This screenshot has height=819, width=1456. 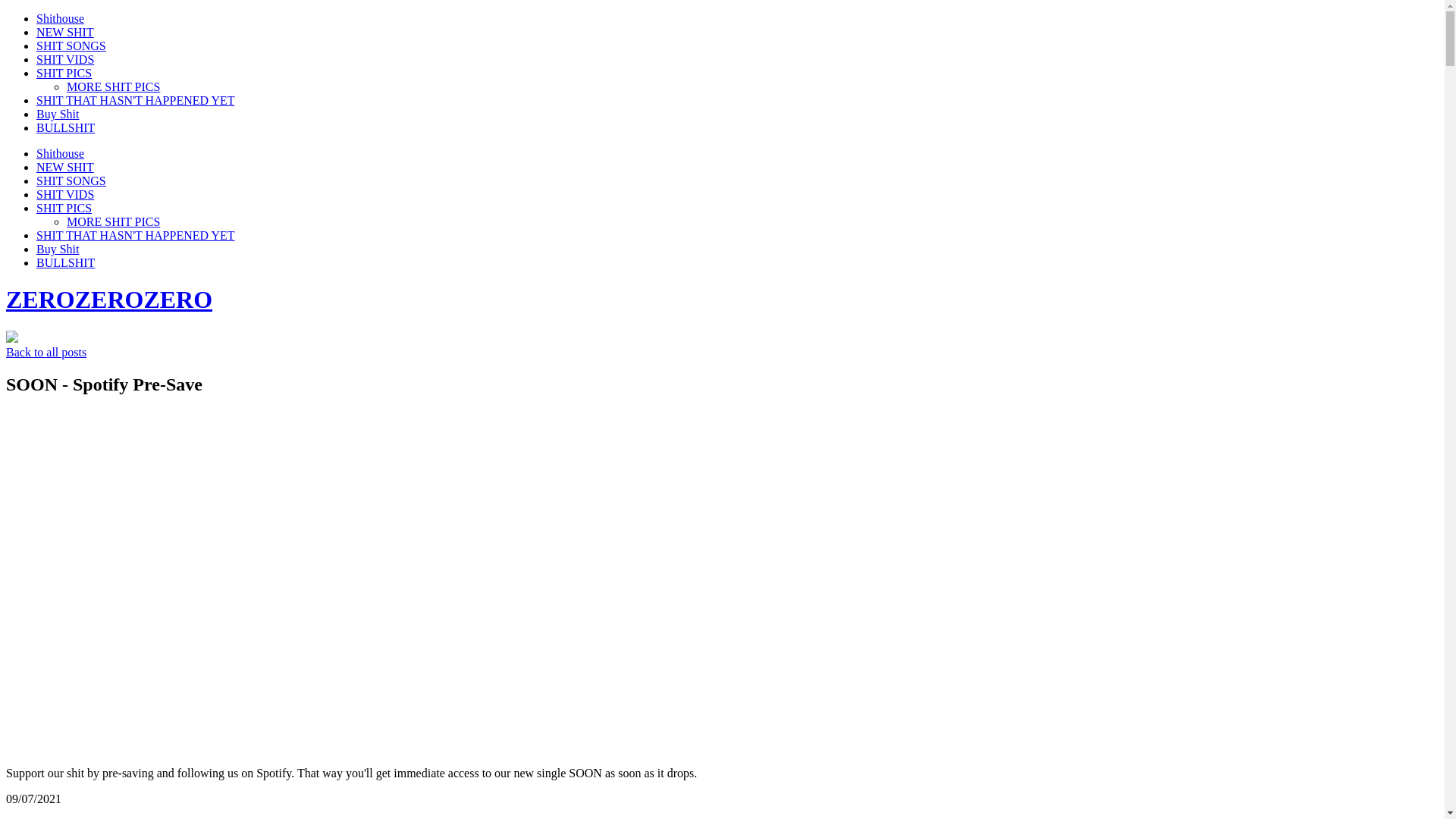 What do you see at coordinates (135, 100) in the screenshot?
I see `'SHIT THAT HASN'T HAPPENED YET'` at bounding box center [135, 100].